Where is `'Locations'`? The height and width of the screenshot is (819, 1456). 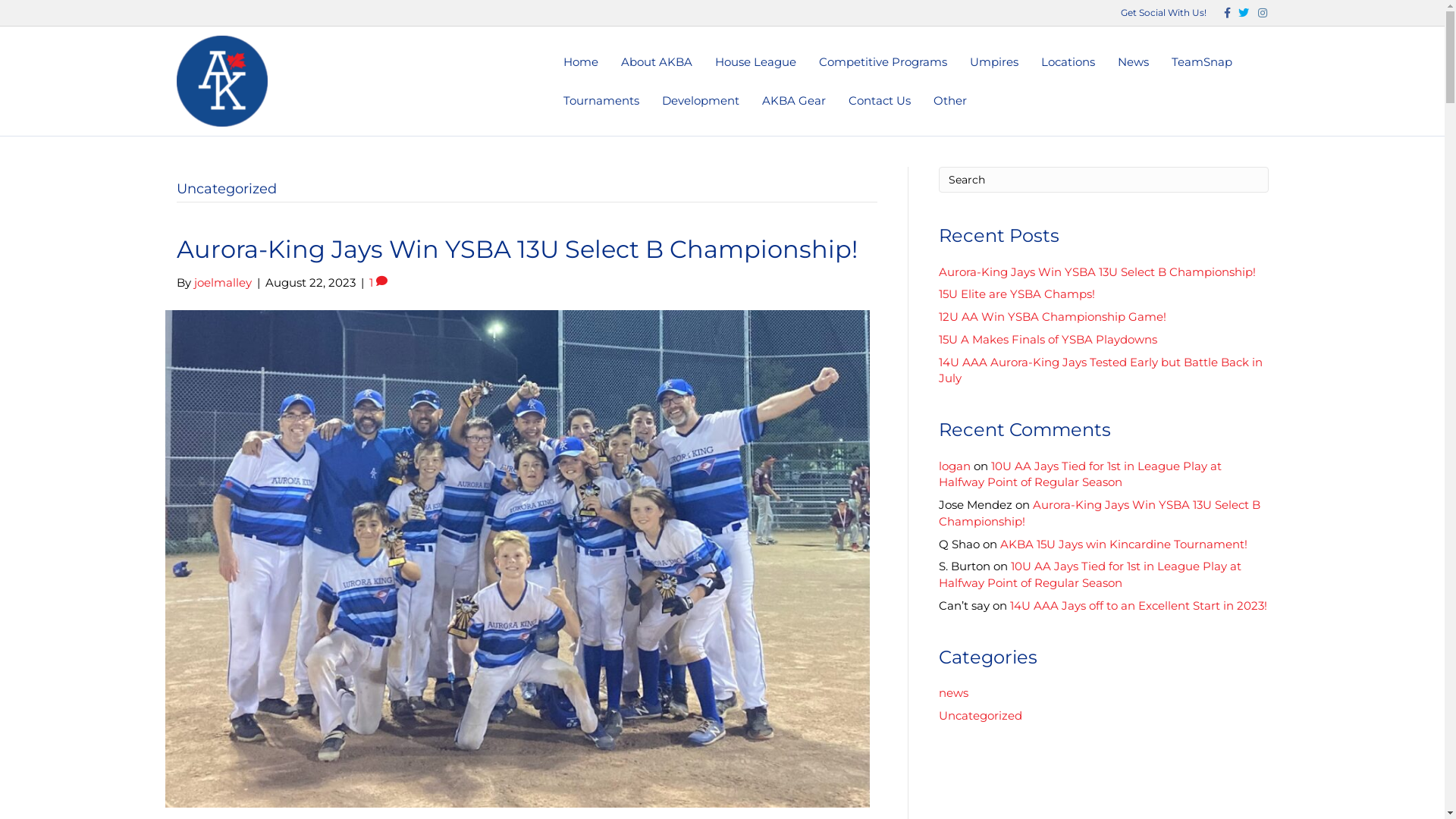 'Locations' is located at coordinates (1030, 61).